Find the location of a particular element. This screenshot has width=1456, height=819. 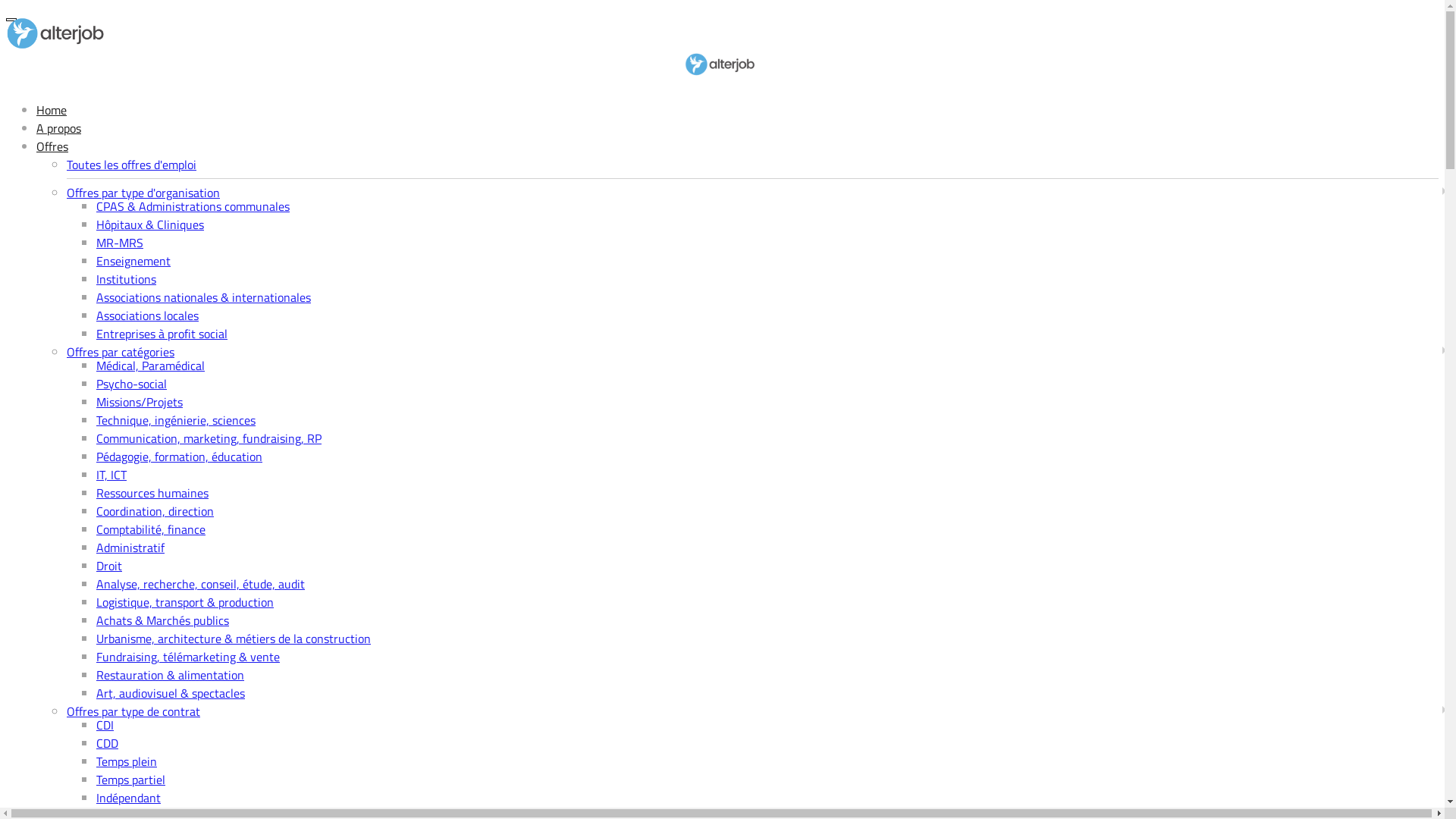

'Institutions' is located at coordinates (126, 278).